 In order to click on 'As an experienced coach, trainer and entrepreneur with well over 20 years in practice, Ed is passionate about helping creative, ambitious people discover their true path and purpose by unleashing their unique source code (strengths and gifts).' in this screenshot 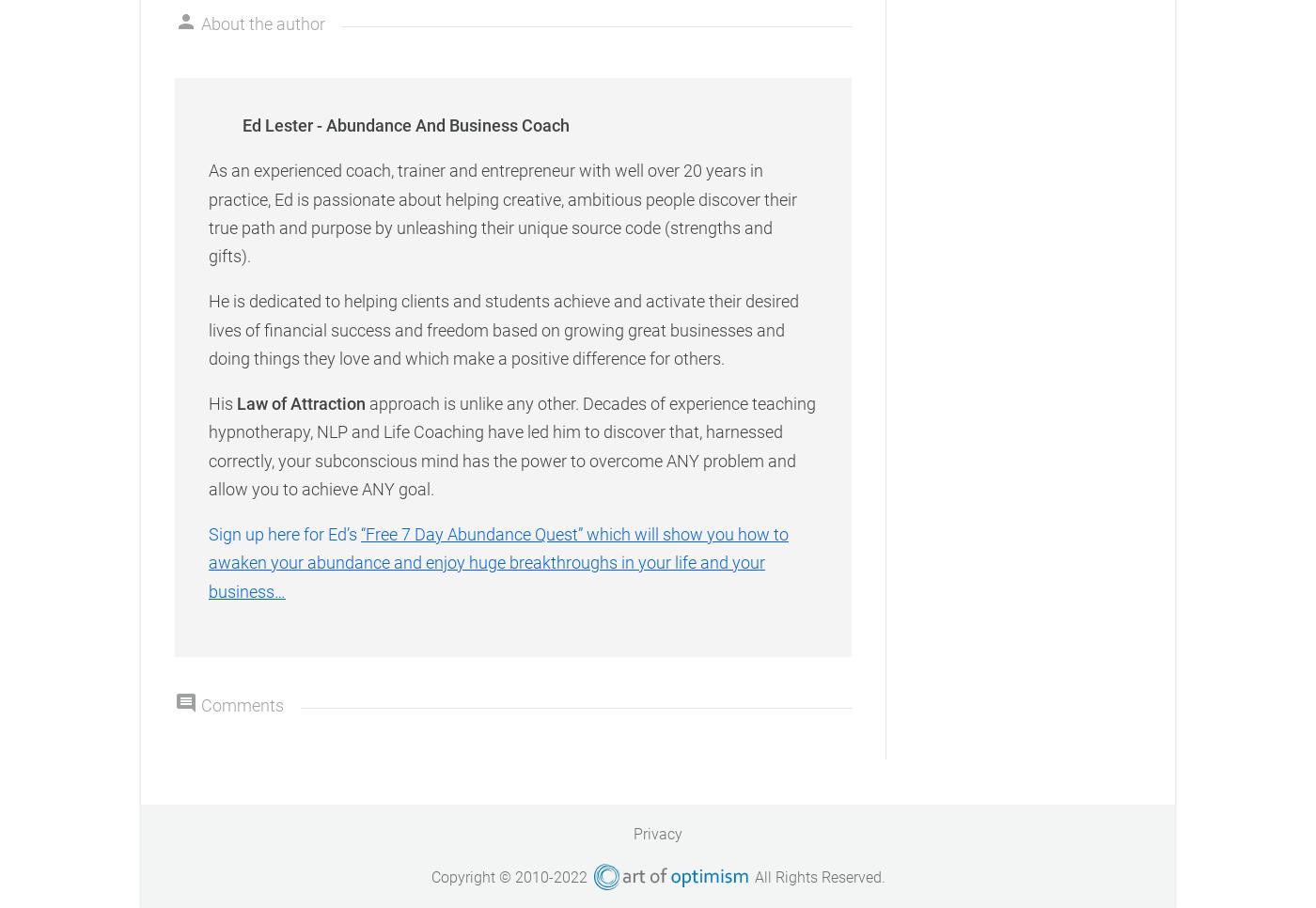, I will do `click(502, 212)`.